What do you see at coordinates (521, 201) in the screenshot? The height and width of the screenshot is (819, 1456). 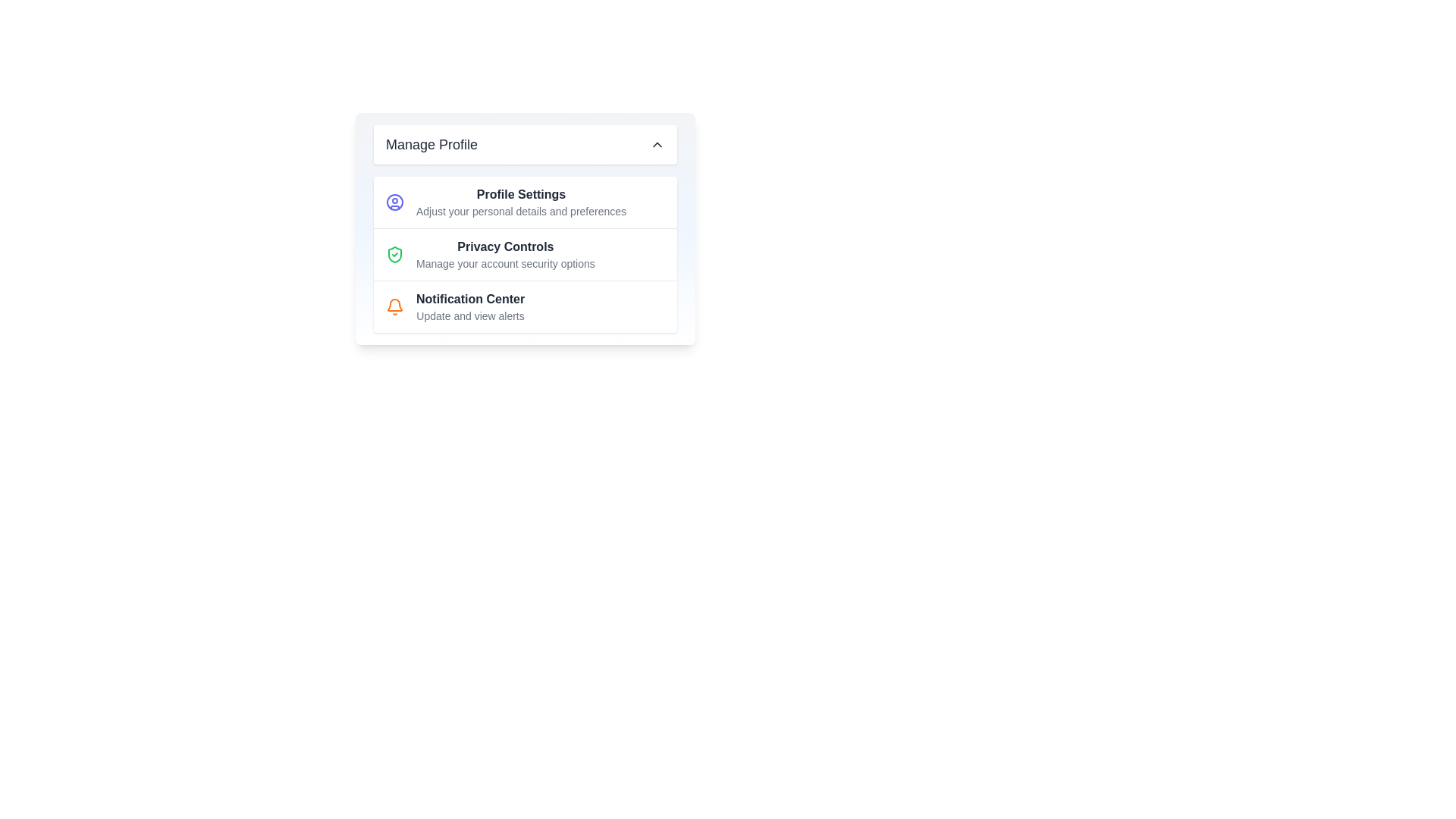 I see `the first menu option in the 'Manage Profile' section` at bounding box center [521, 201].